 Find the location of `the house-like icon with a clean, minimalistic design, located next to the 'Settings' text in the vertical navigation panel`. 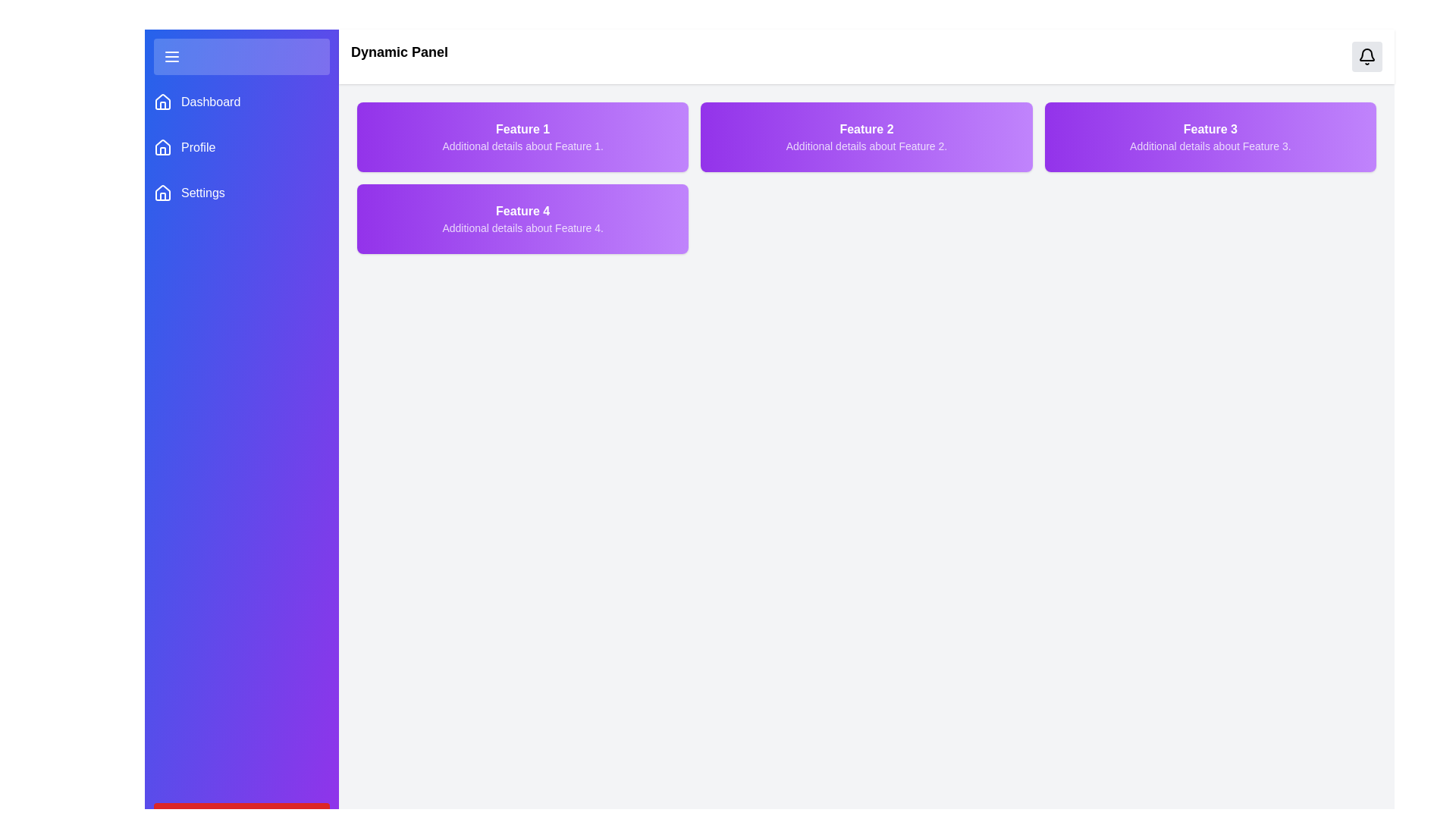

the house-like icon with a clean, minimalistic design, located next to the 'Settings' text in the vertical navigation panel is located at coordinates (163, 192).